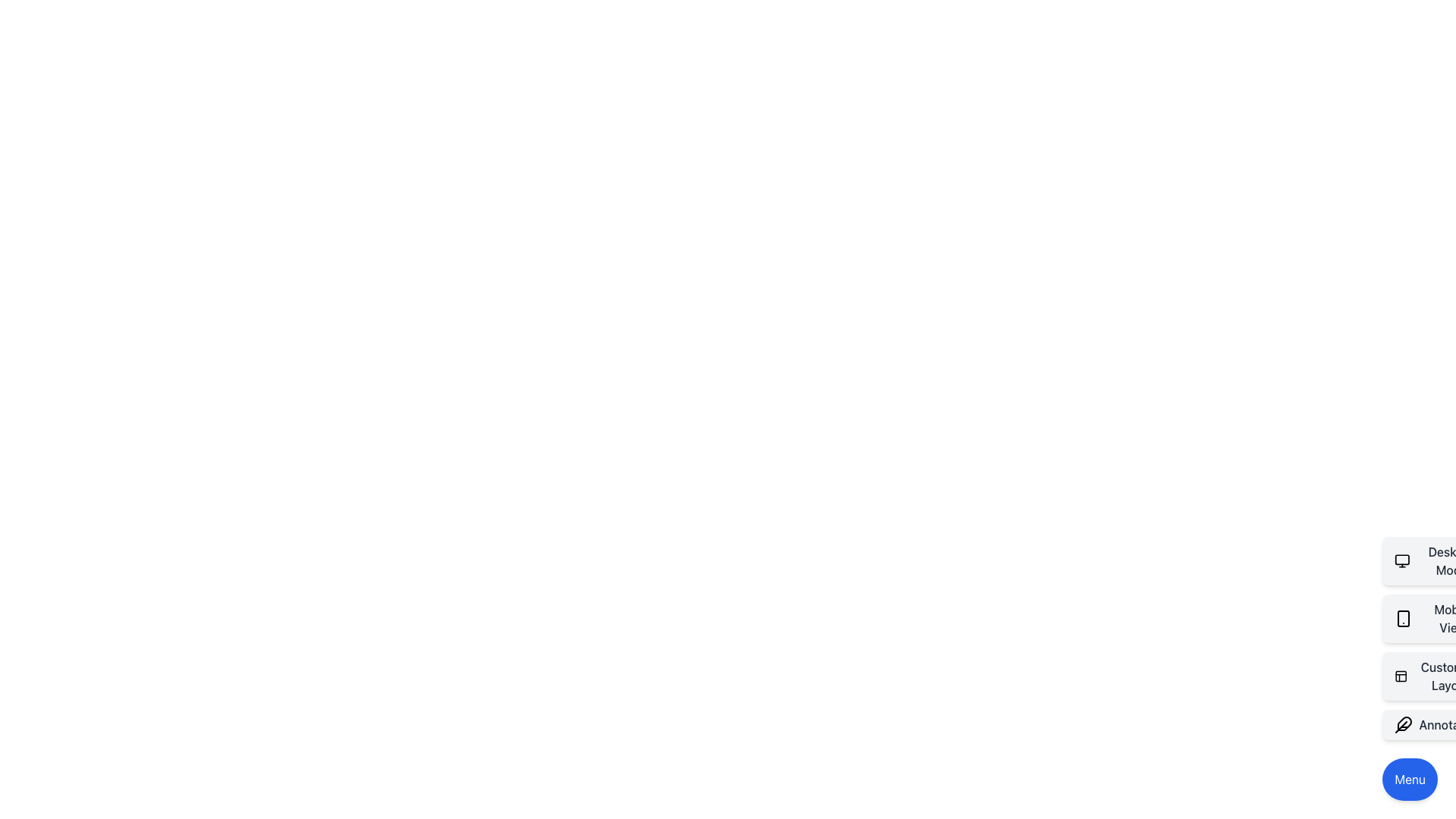 This screenshot has width=1456, height=819. I want to click on the 'Menu' button located in the bottom-right corner of the interface, so click(1409, 780).